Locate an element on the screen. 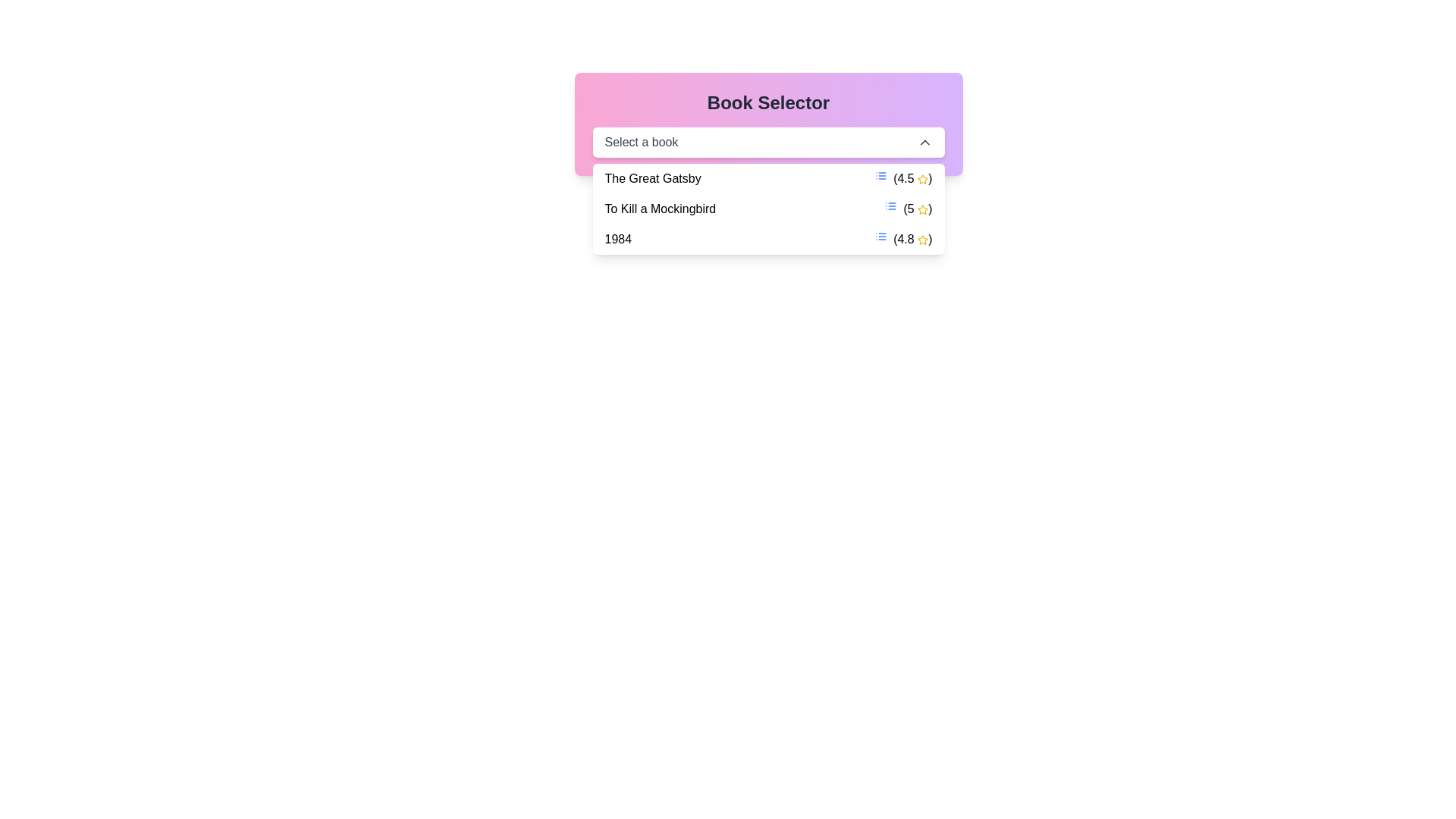 The image size is (1456, 819). the star icon representing the rating for the book 'The Great Gatsby', located to the right of the title and its numeric rating '(4.5)' is located at coordinates (922, 178).